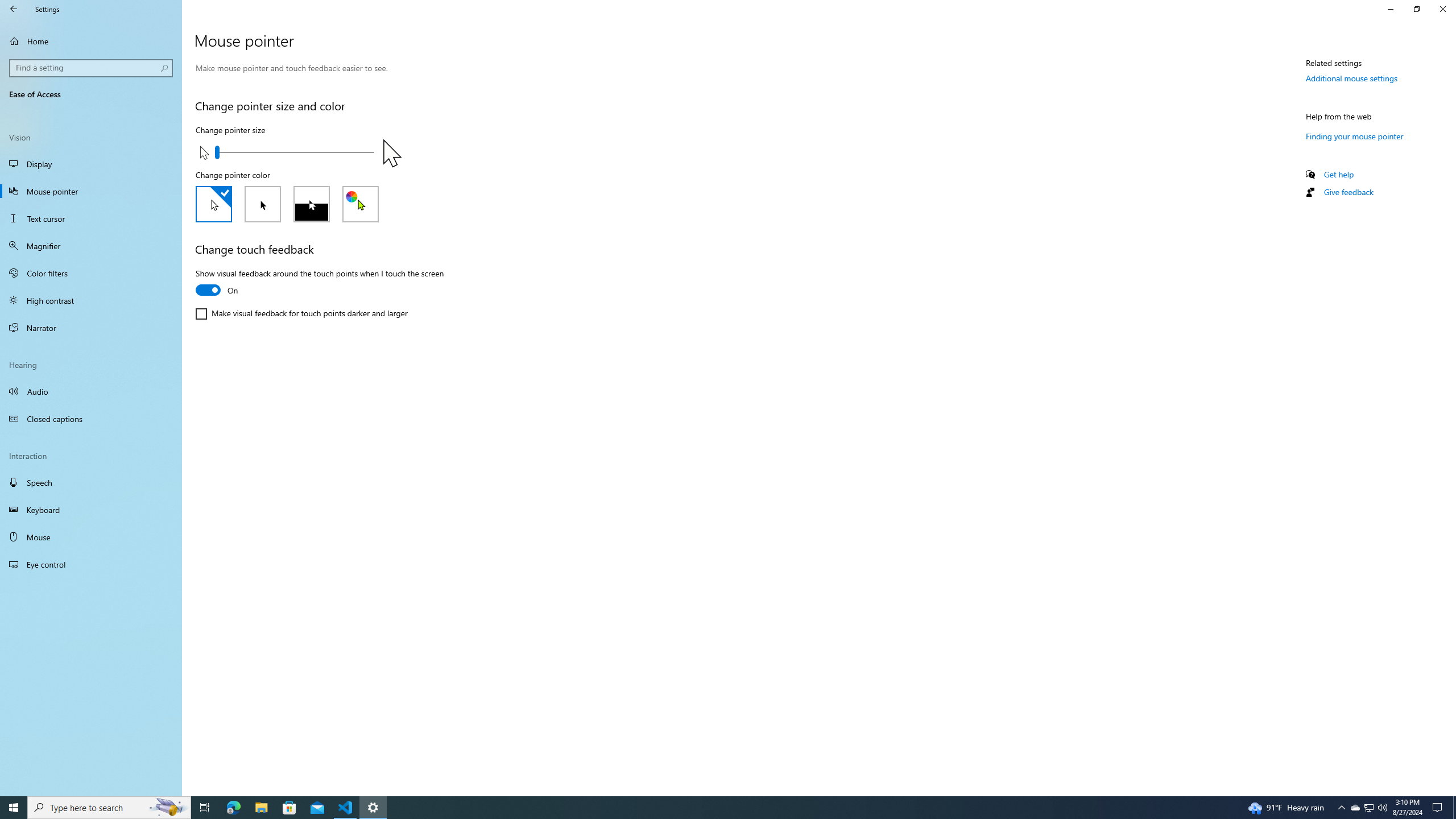 This screenshot has width=1456, height=819. What do you see at coordinates (213, 204) in the screenshot?
I see `'White'` at bounding box center [213, 204].